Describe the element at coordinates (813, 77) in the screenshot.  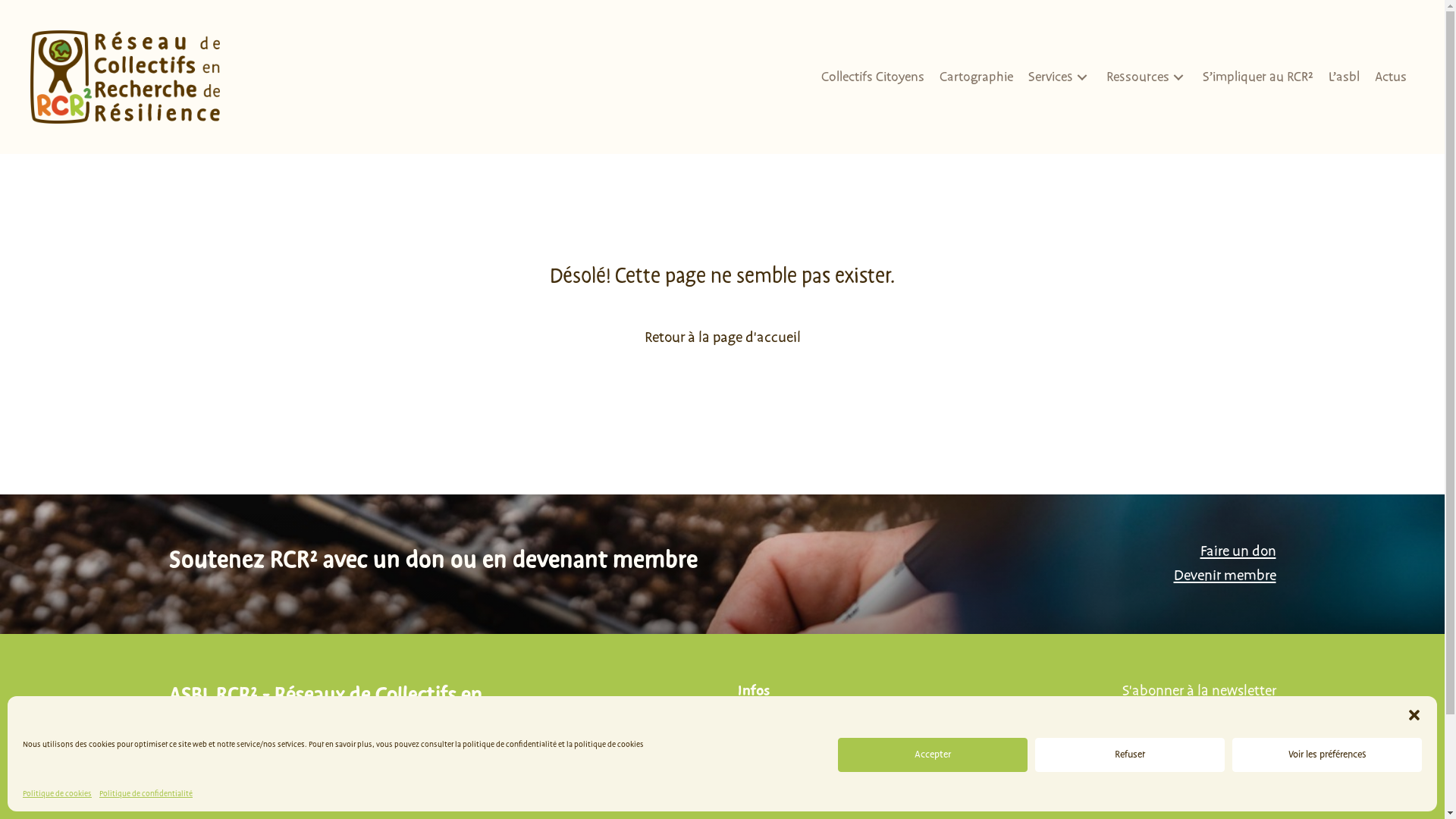
I see `'Collectifs Citoyens'` at that location.